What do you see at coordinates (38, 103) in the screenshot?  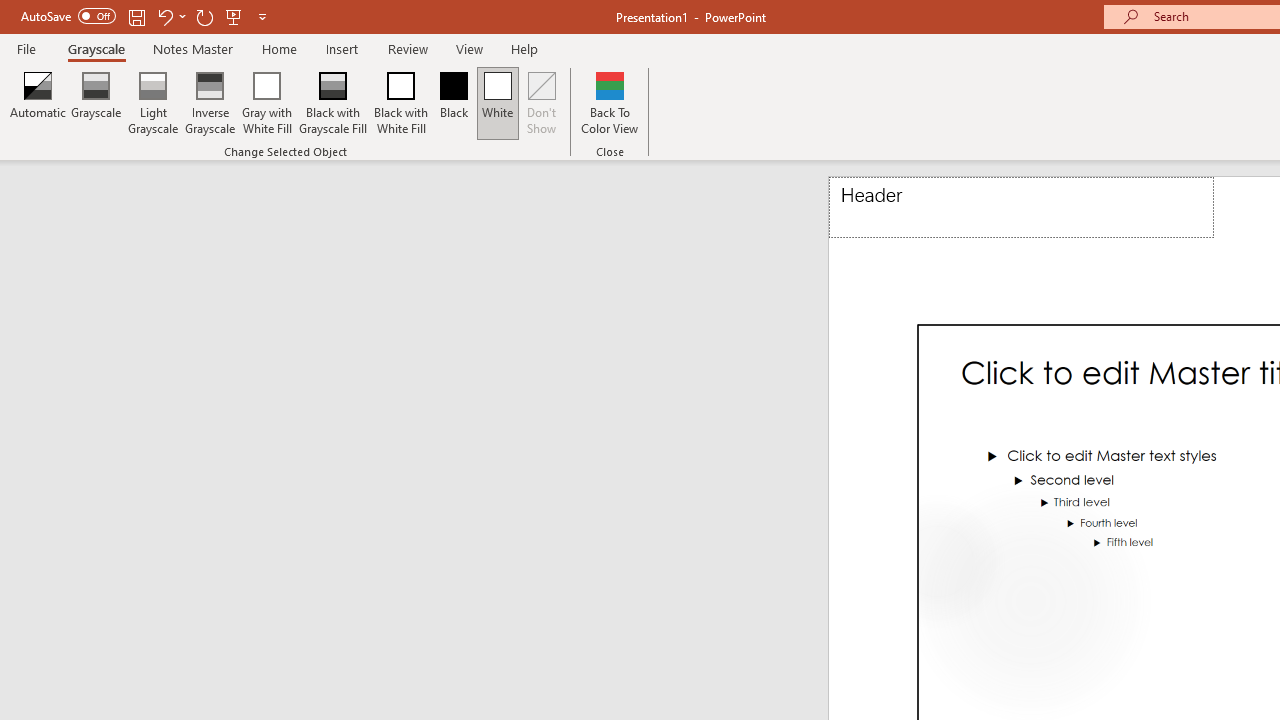 I see `'Automatic'` at bounding box center [38, 103].